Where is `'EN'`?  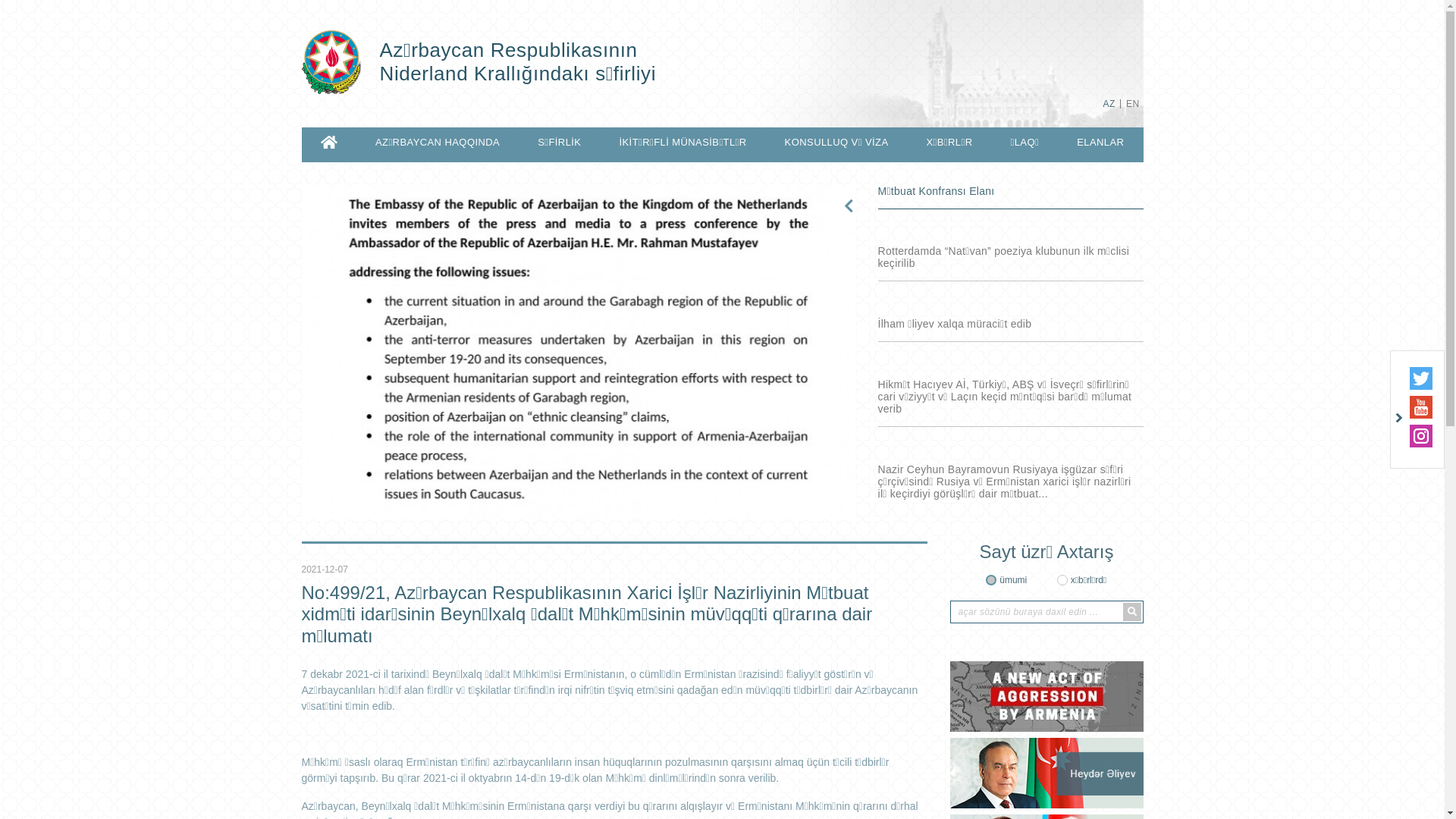 'EN' is located at coordinates (1122, 103).